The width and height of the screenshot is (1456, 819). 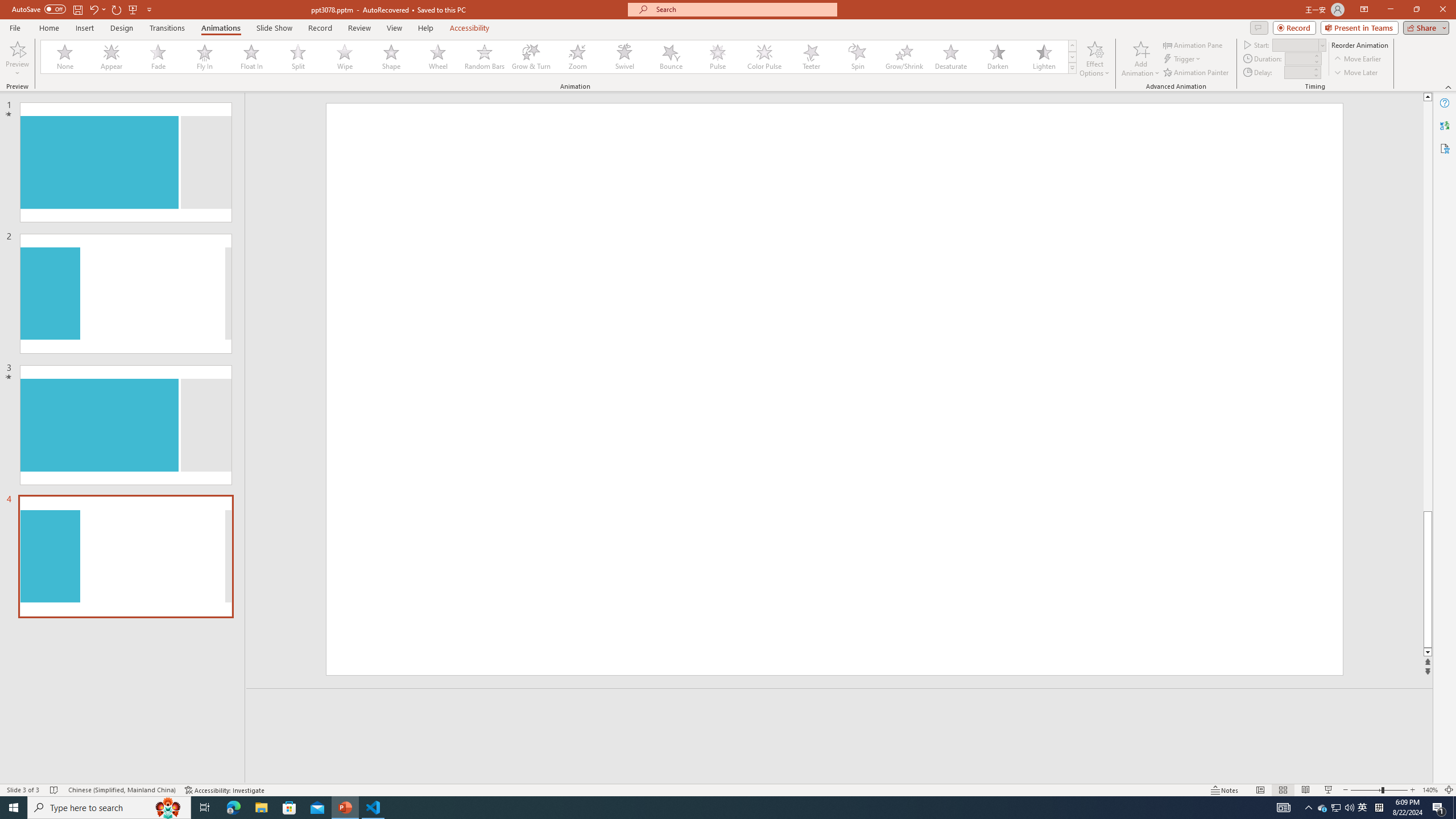 What do you see at coordinates (810, 56) in the screenshot?
I see `'Teeter'` at bounding box center [810, 56].